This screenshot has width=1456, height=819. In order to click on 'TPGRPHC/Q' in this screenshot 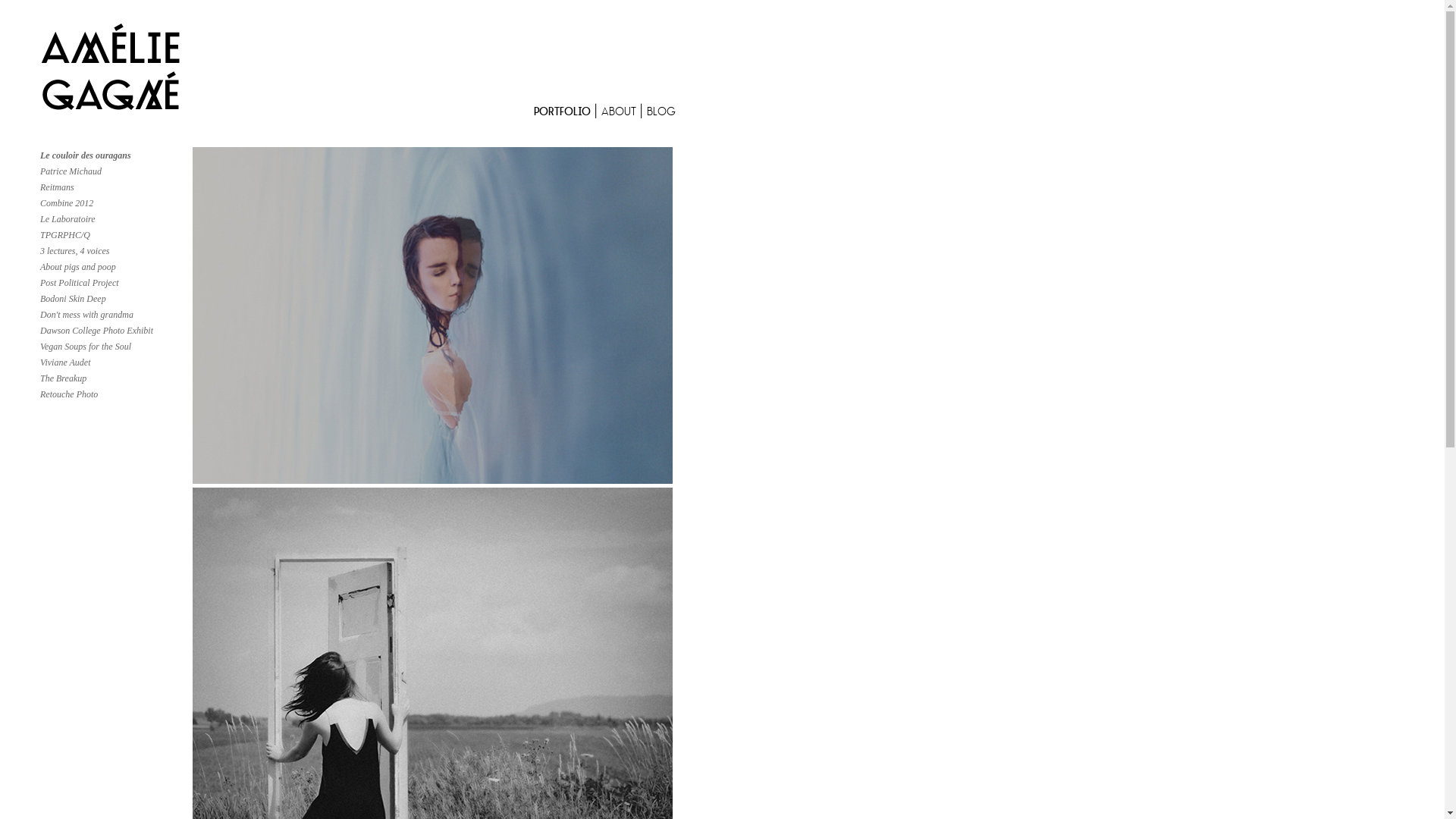, I will do `click(64, 234)`.